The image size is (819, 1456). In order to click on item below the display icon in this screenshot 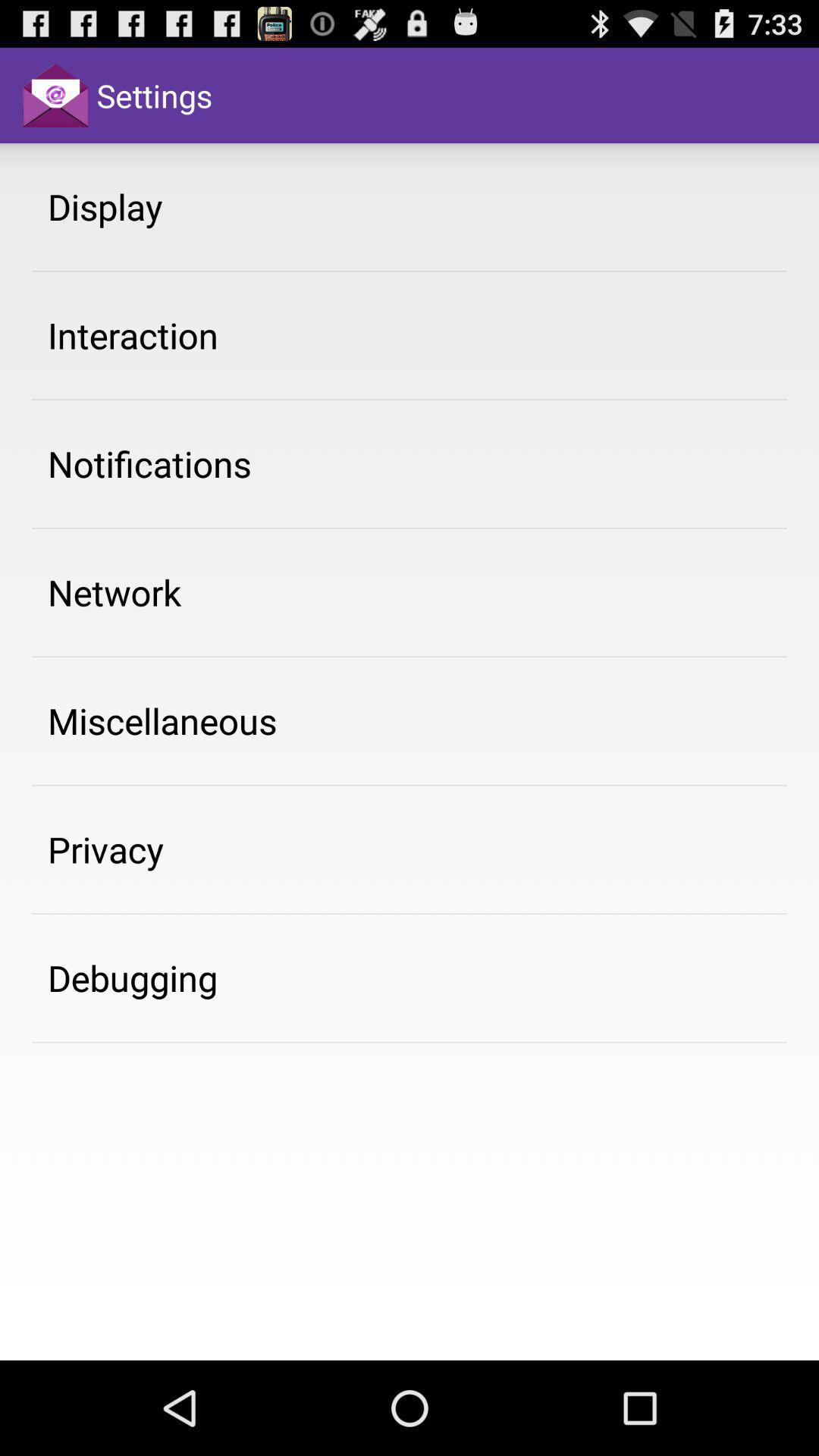, I will do `click(132, 334)`.